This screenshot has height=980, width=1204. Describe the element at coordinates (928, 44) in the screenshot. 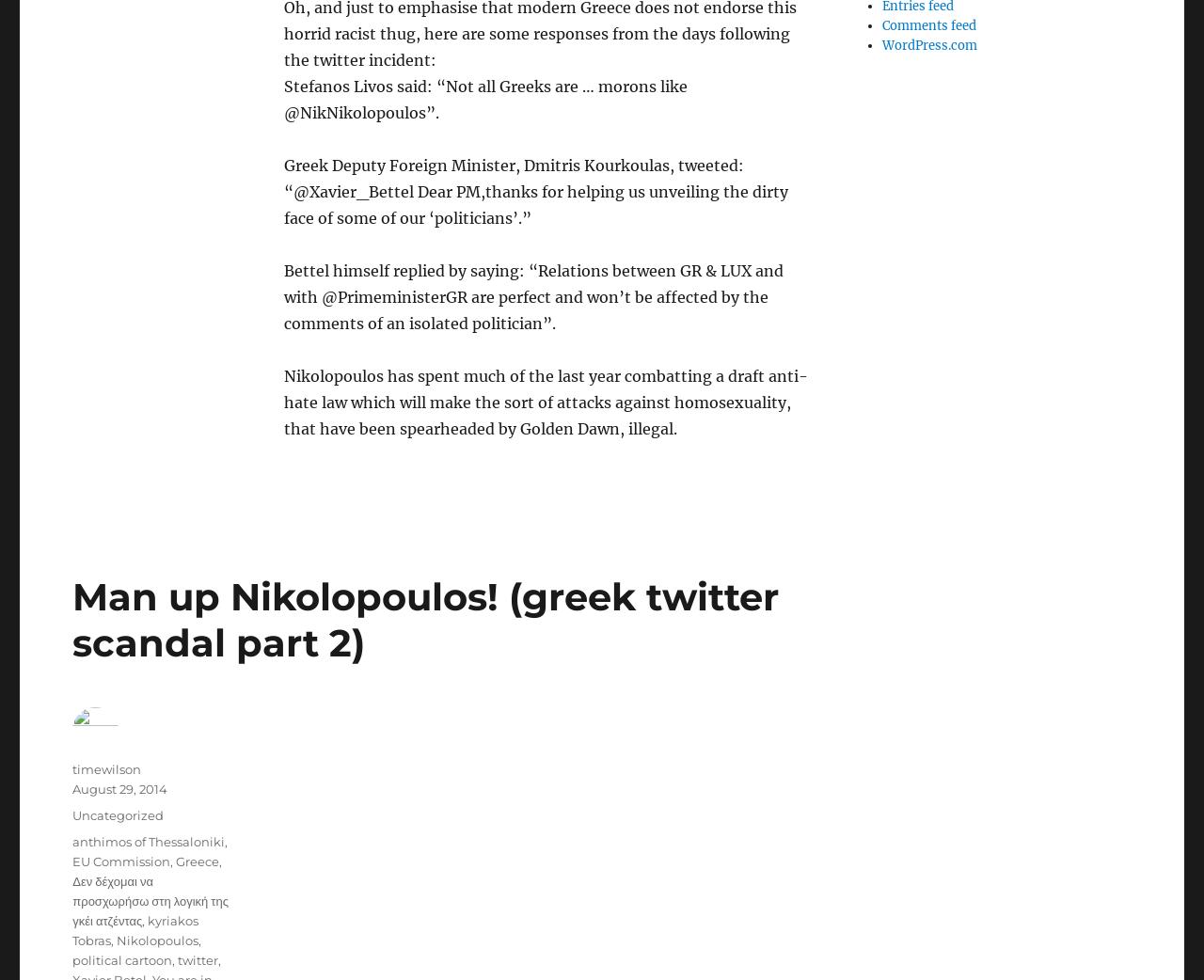

I see `'WordPress.com'` at that location.